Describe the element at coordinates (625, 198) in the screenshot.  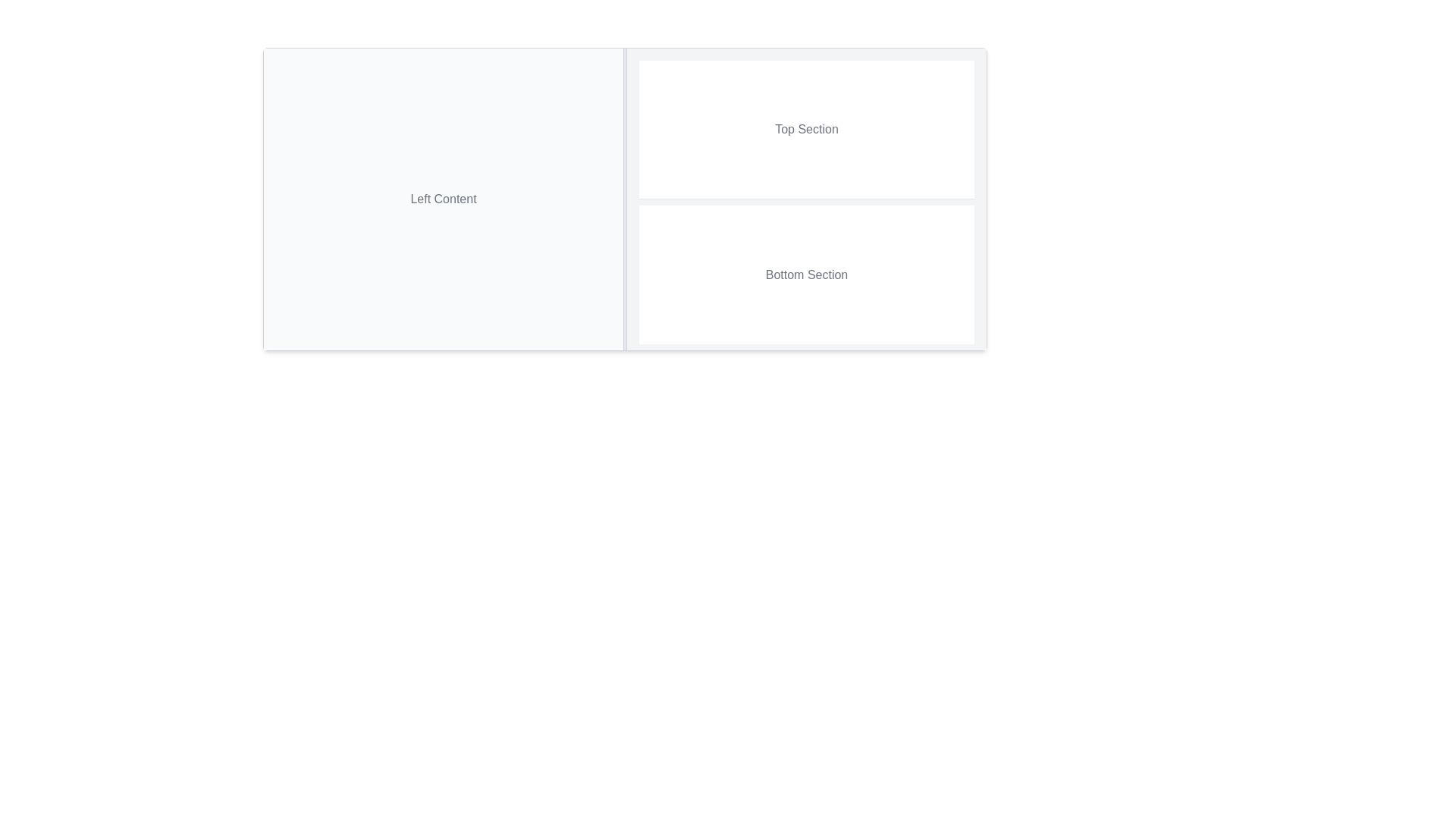
I see `and drag the thin vertical resizable divider located between the 'Left Content' section and the 'Top Section' and 'Bottom Section' to adjust its position horizontally` at that location.